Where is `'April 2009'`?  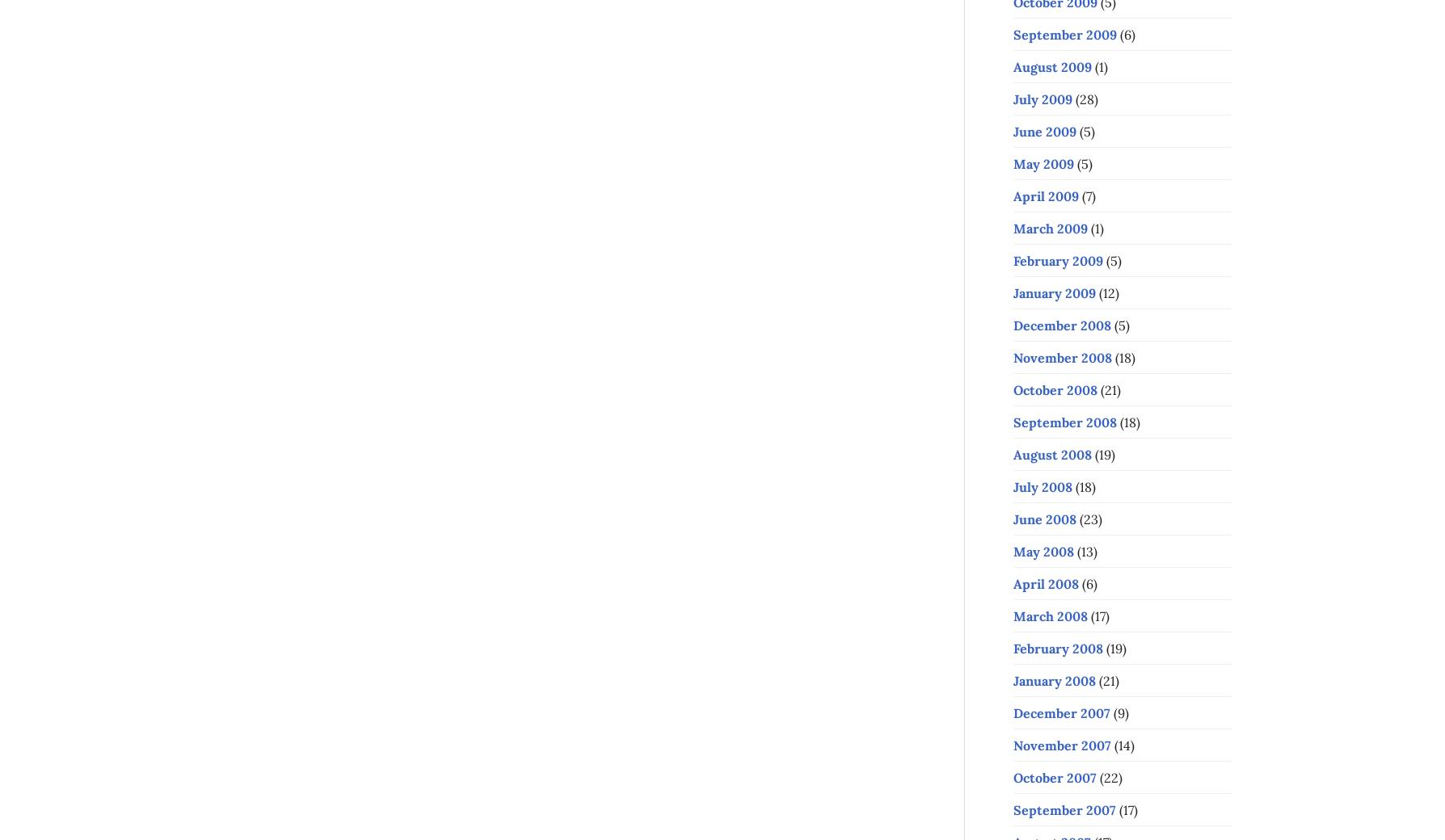 'April 2009' is located at coordinates (1045, 195).